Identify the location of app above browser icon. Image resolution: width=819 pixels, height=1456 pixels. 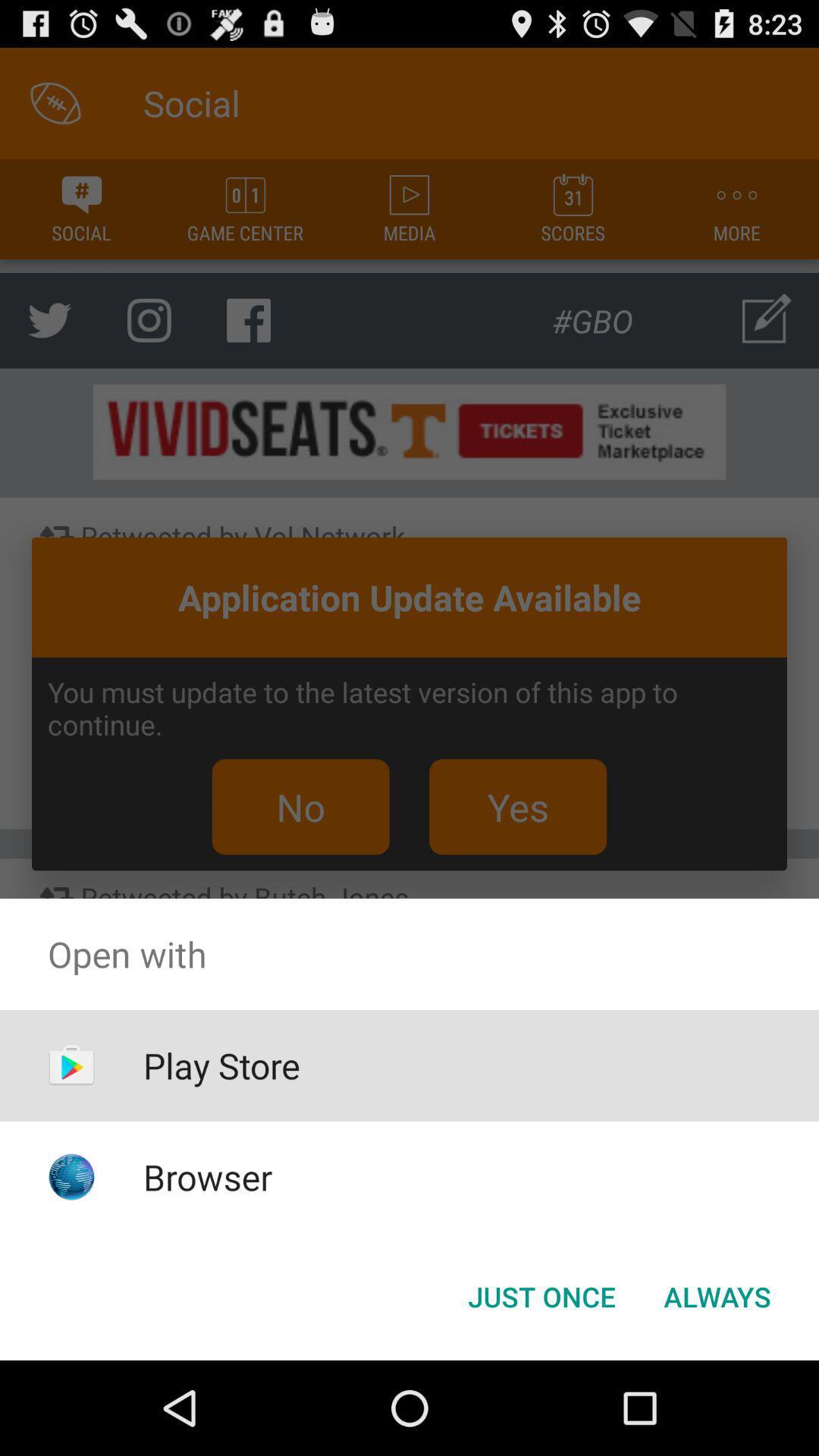
(221, 1065).